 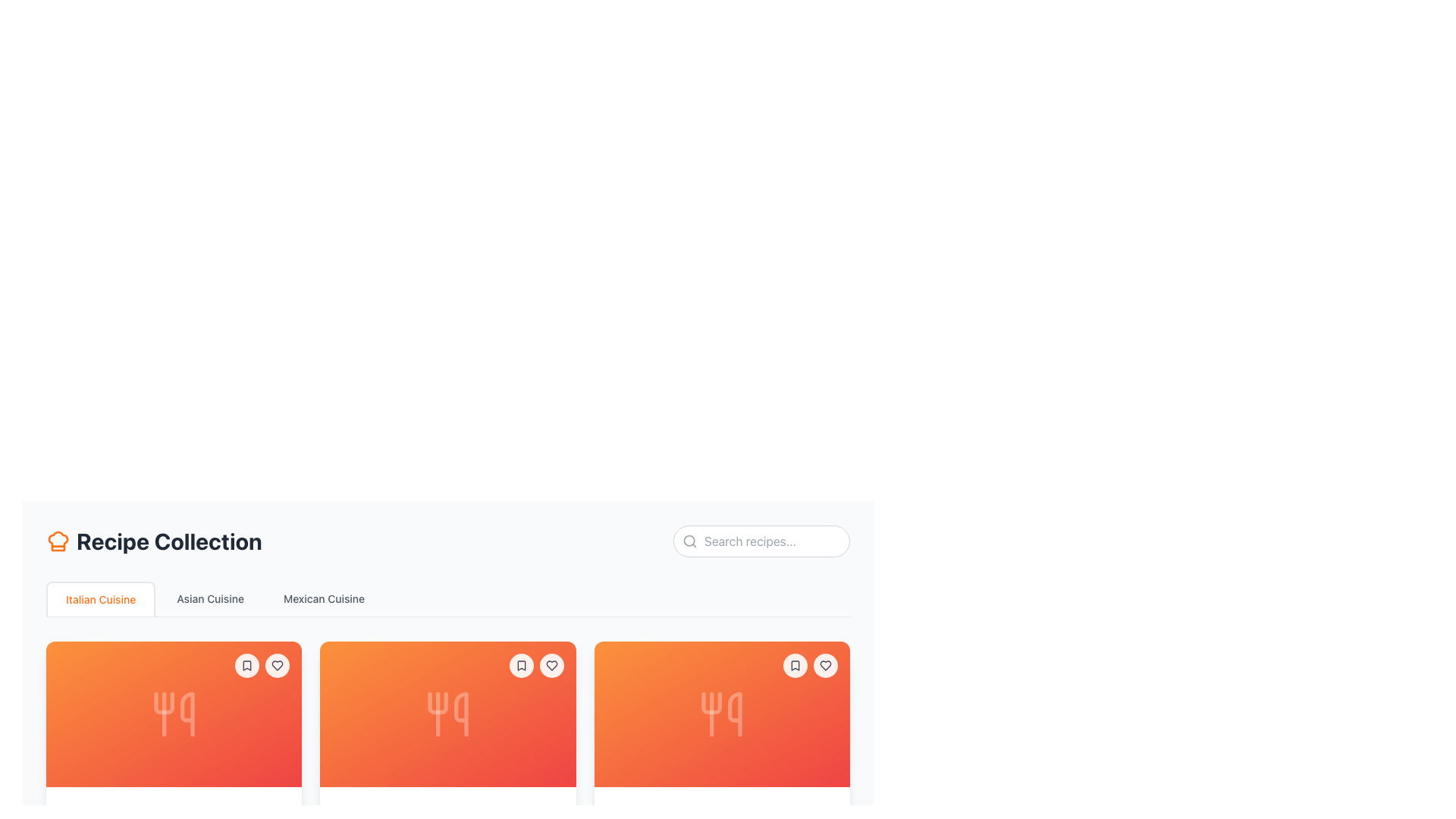 What do you see at coordinates (521, 665) in the screenshot?
I see `the bookmark icon button located in the top-right corner of the second recipe card` at bounding box center [521, 665].